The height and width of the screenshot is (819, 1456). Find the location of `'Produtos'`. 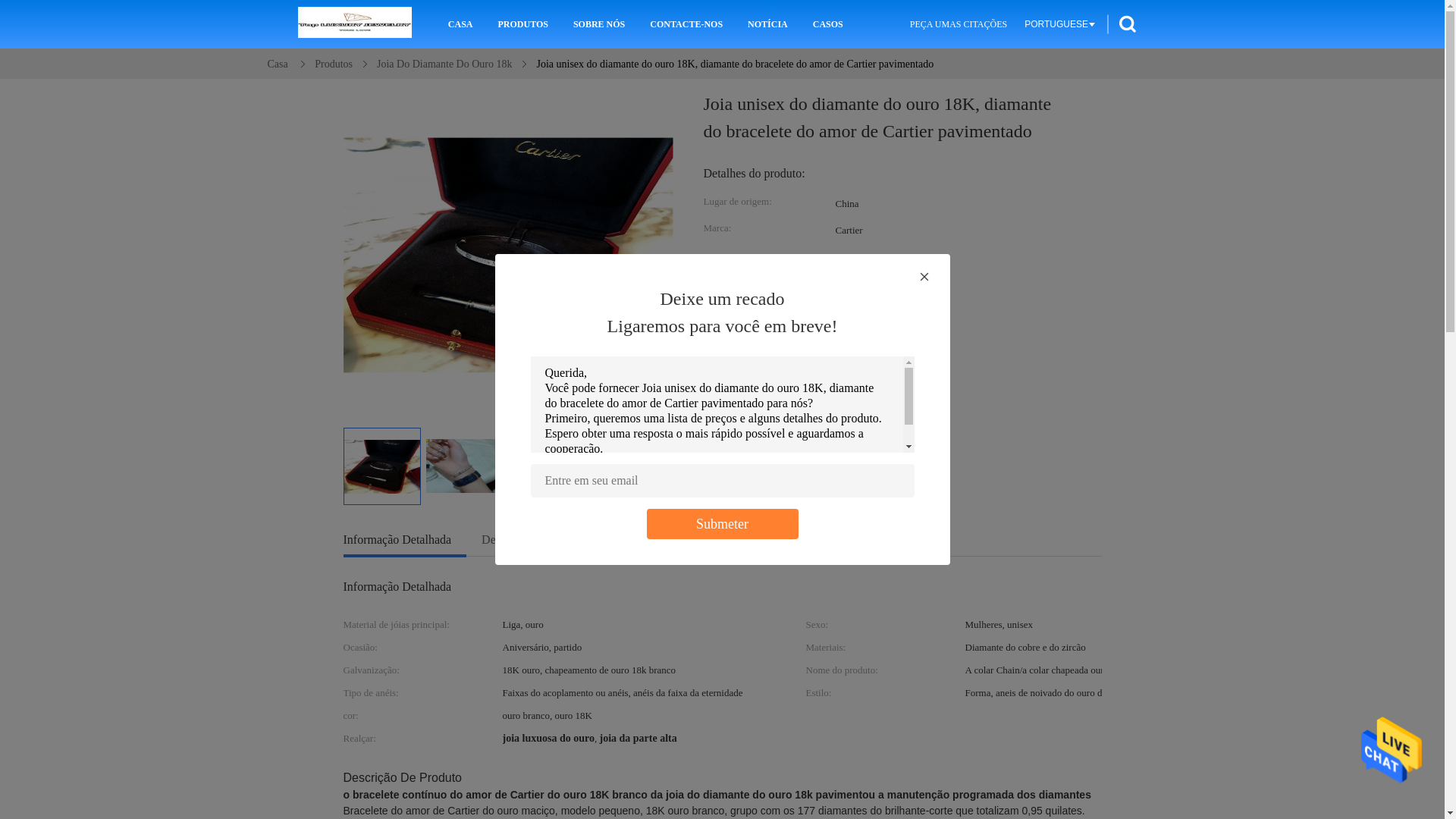

'Produtos' is located at coordinates (333, 63).